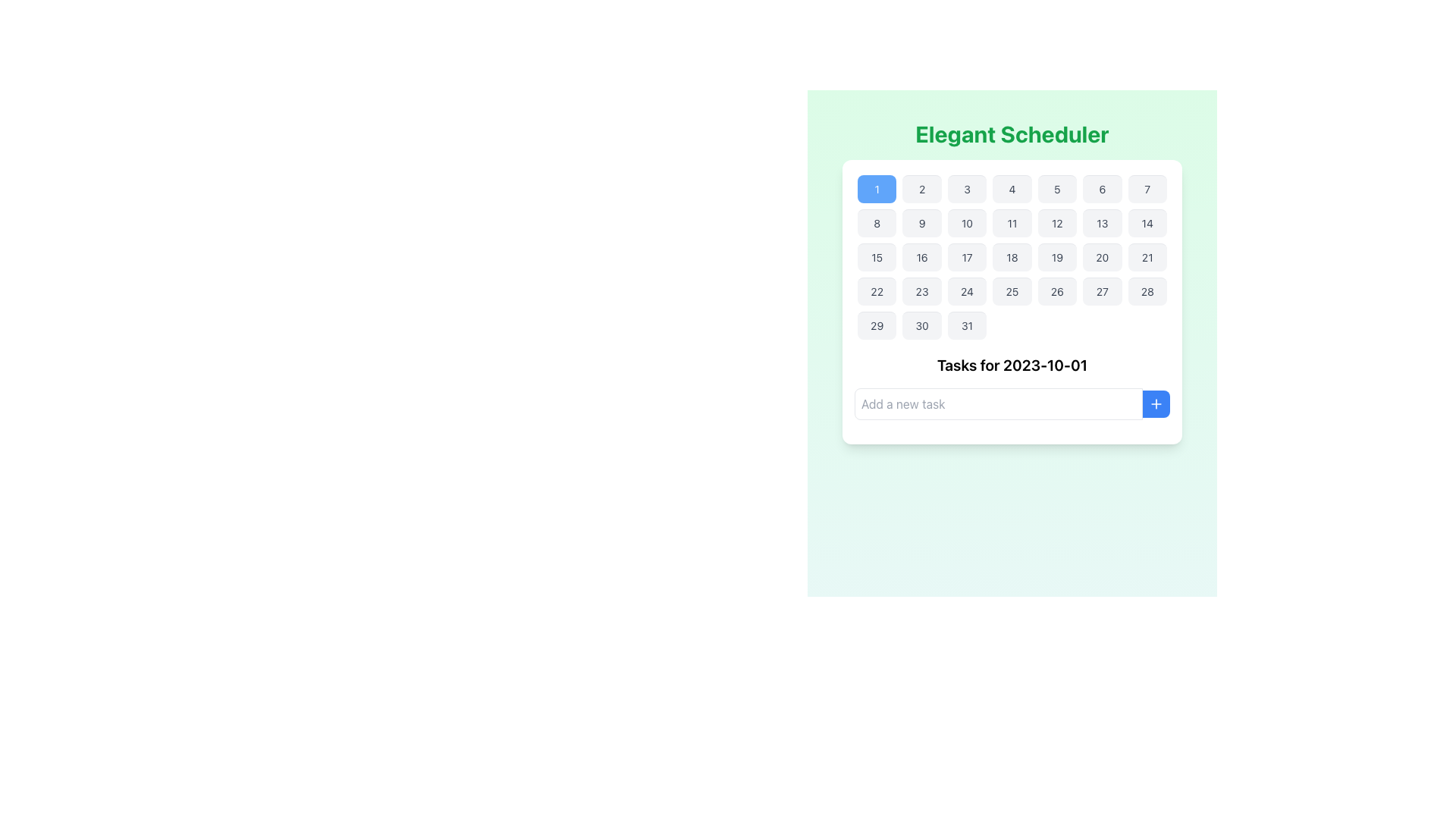  What do you see at coordinates (1056, 291) in the screenshot?
I see `the grid cell displaying the number '26'` at bounding box center [1056, 291].